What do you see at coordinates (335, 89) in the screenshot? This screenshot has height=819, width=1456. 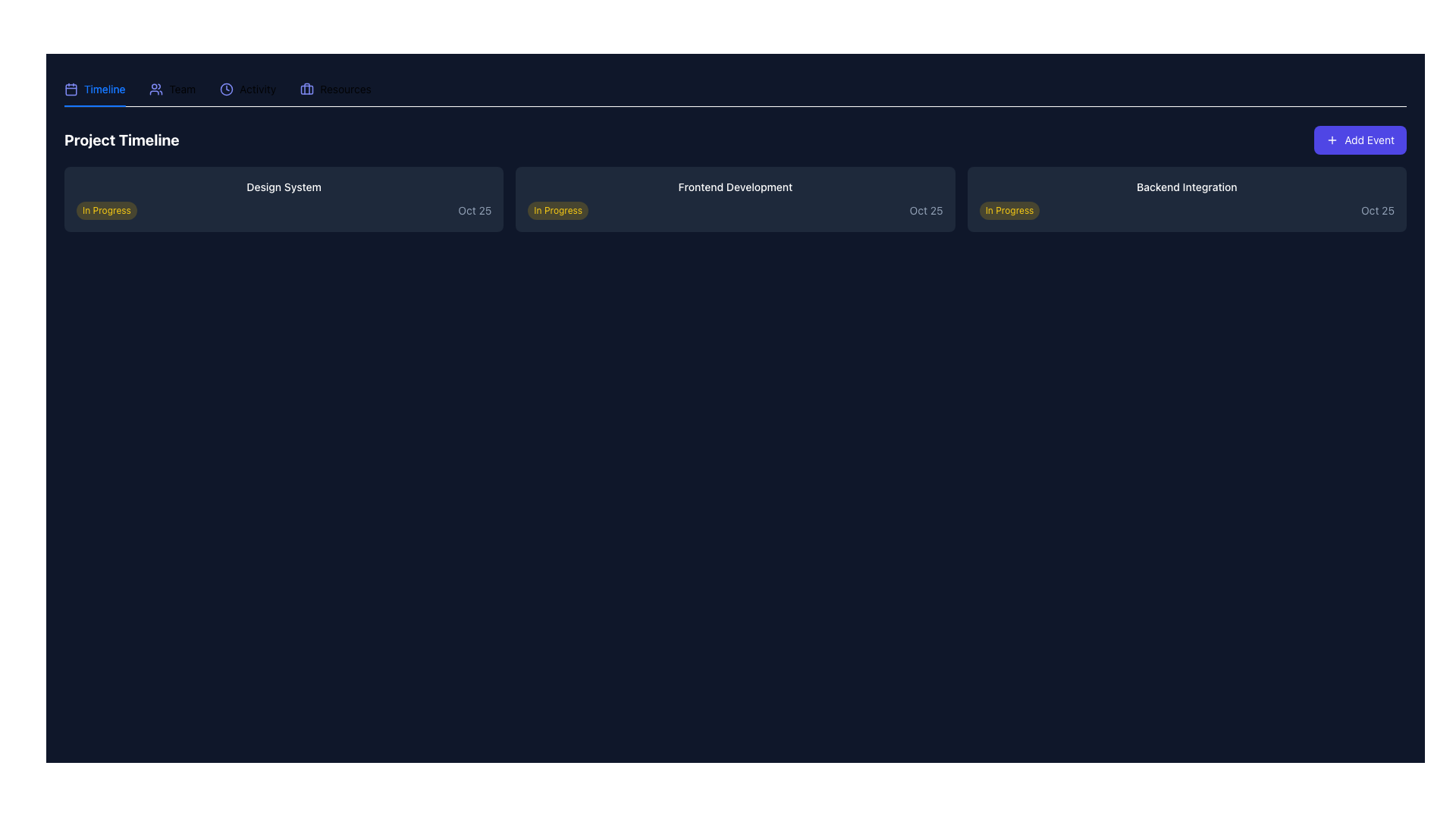 I see `the 'Resources' navigation tab, which is the fourth tab in the horizontal navigation bar` at bounding box center [335, 89].